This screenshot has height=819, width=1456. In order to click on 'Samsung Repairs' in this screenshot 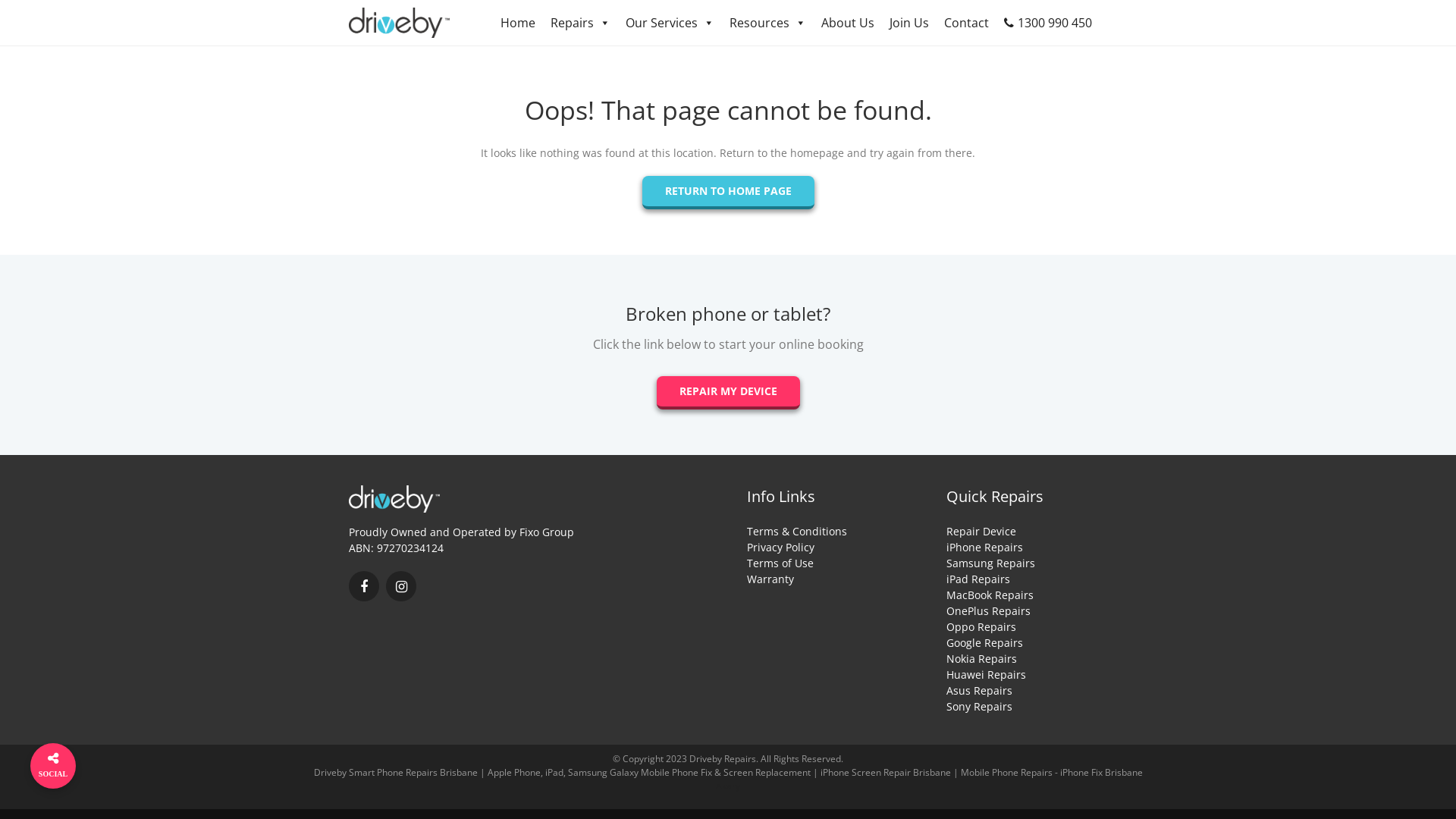, I will do `click(990, 563)`.